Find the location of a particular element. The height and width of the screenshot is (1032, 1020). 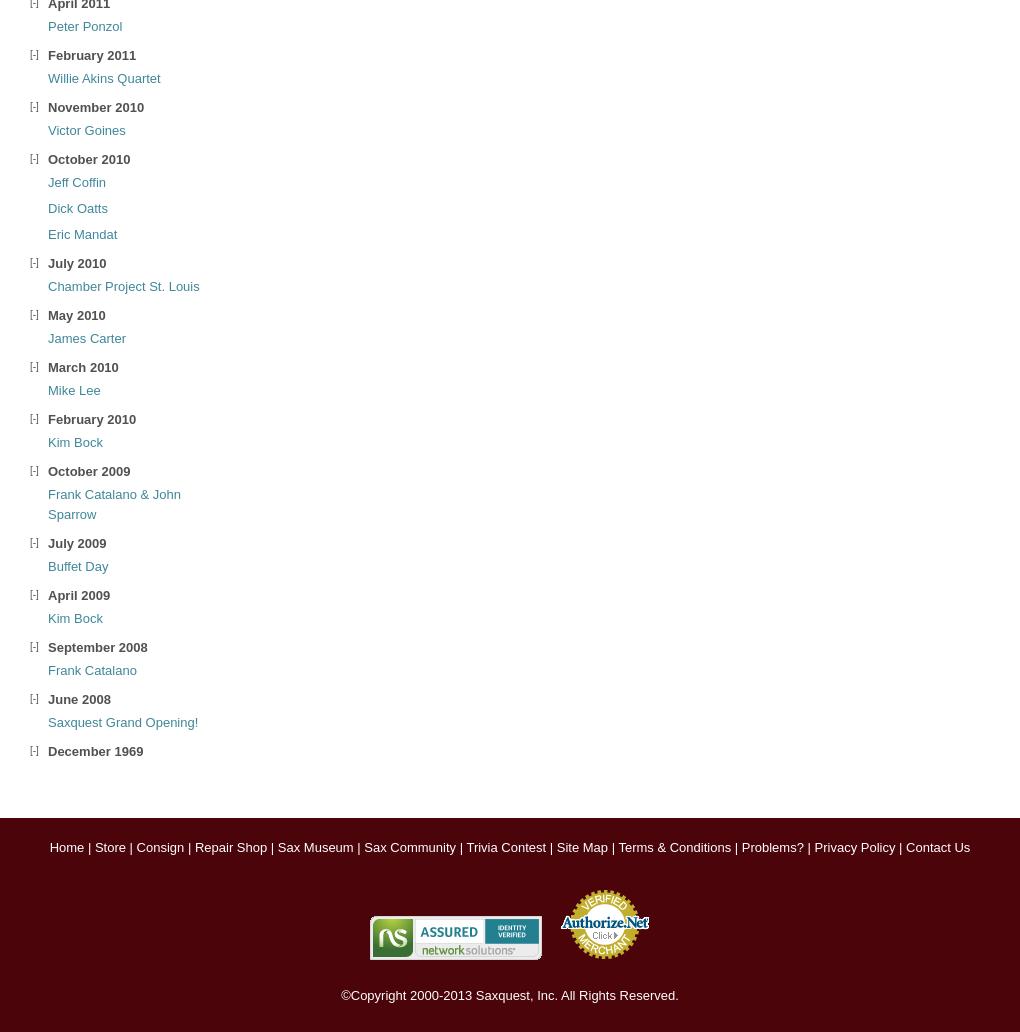

'Terms & Conditions' is located at coordinates (674, 846).